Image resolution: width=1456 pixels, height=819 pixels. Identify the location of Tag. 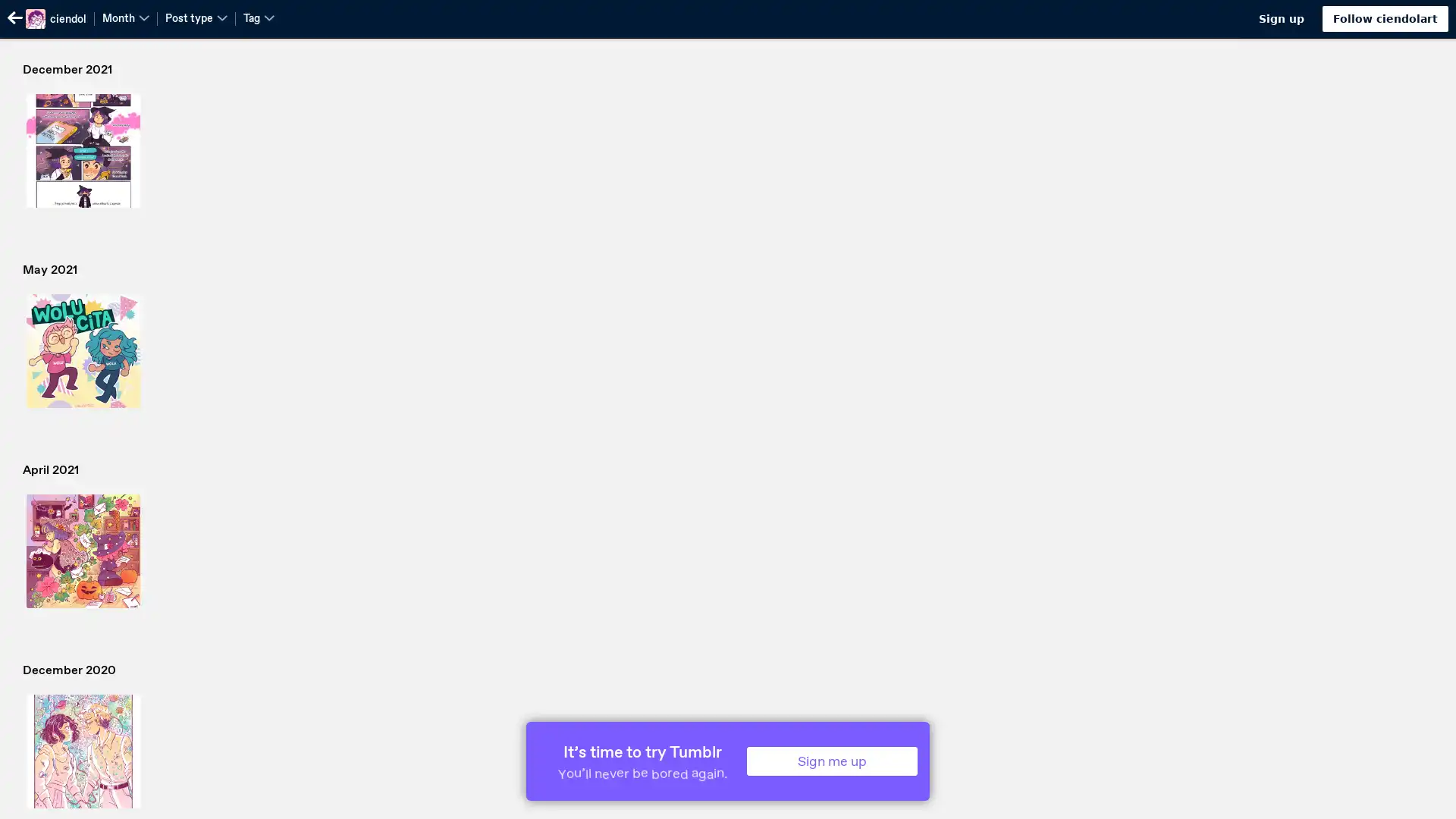
(259, 17).